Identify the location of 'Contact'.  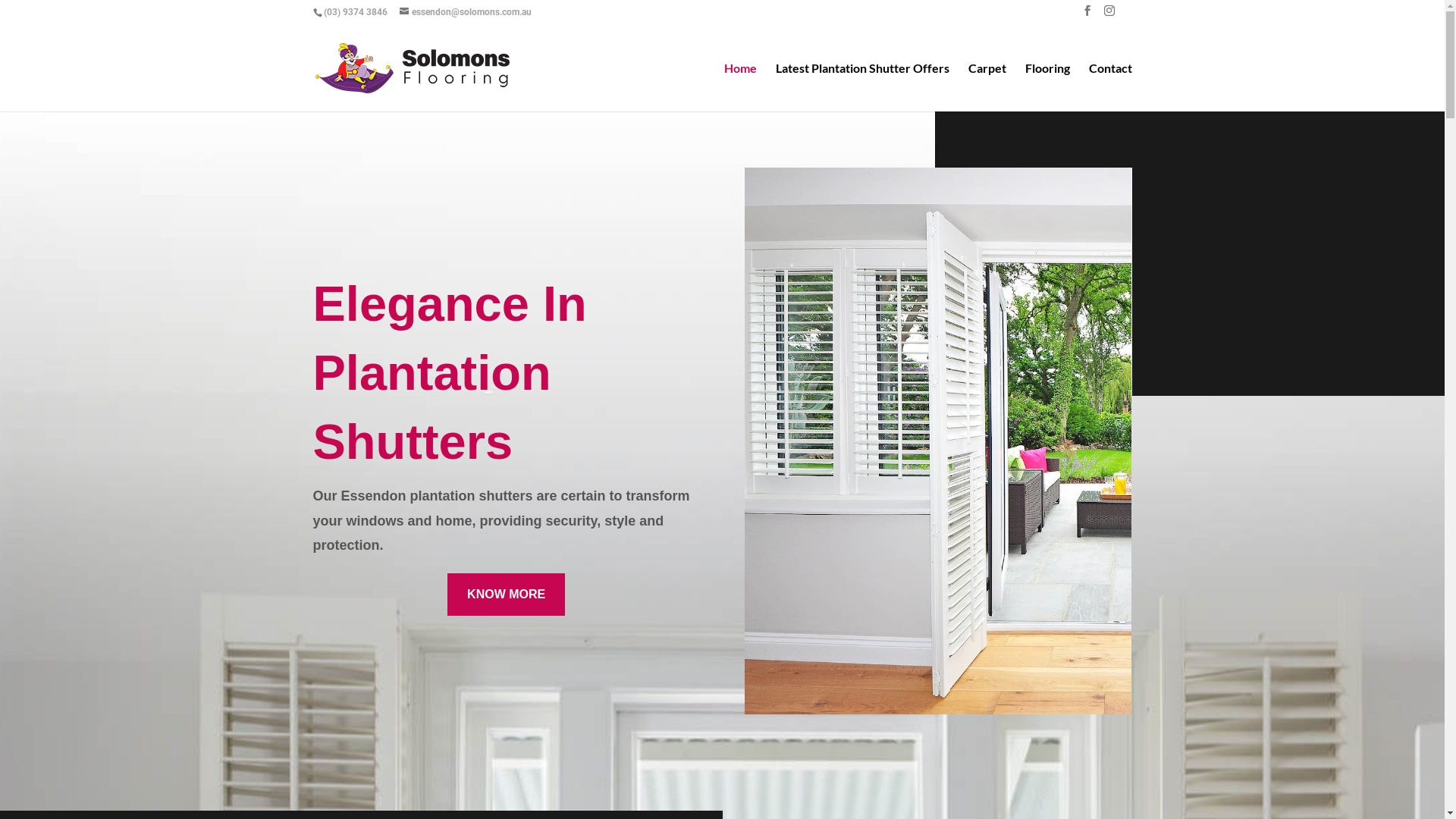
(1110, 86).